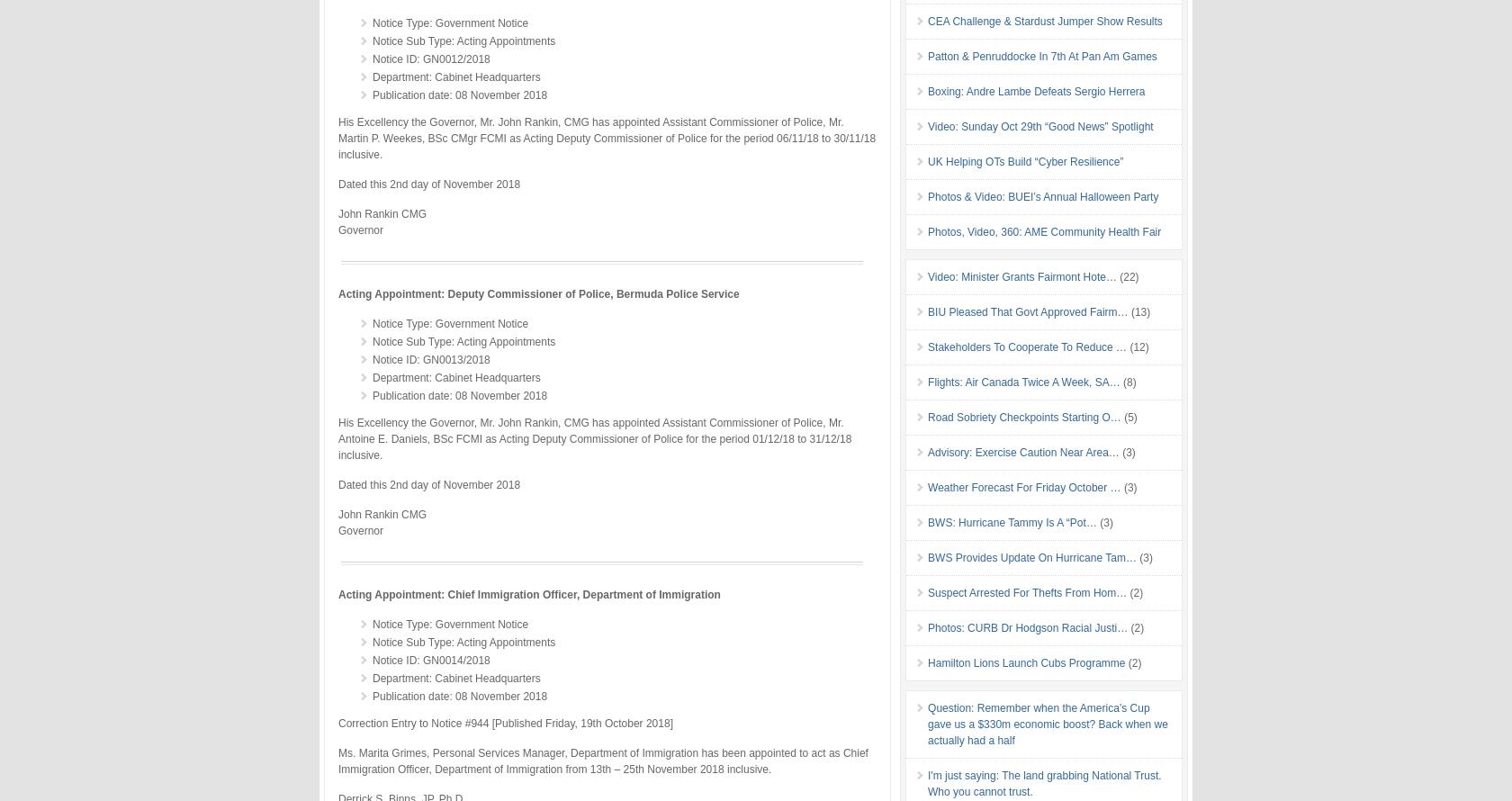  Describe the element at coordinates (1045, 20) in the screenshot. I see `'CEA Challenge & Stardust Jumper Show Results'` at that location.